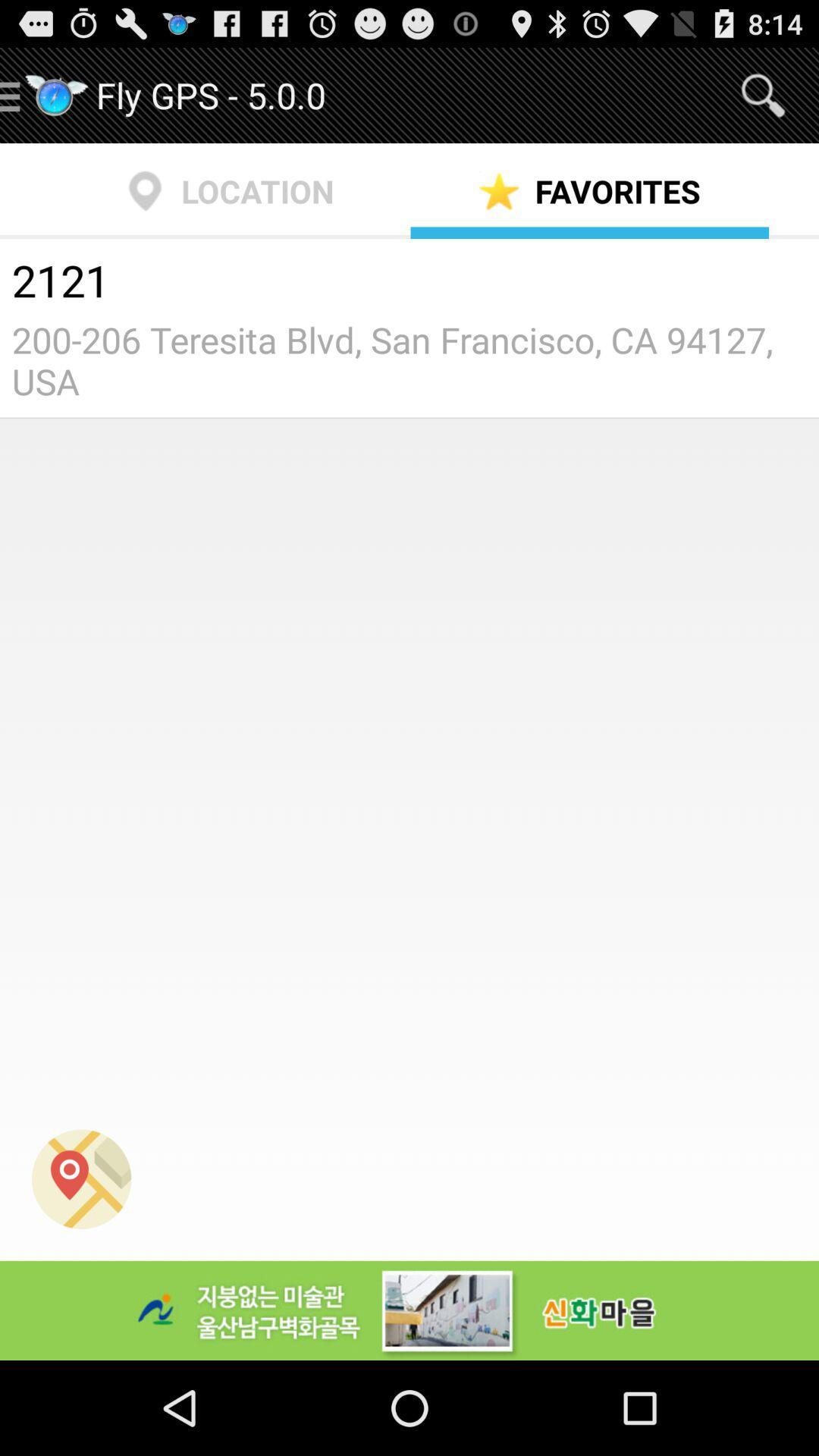  Describe the element at coordinates (409, 359) in the screenshot. I see `200 206 teresita icon` at that location.